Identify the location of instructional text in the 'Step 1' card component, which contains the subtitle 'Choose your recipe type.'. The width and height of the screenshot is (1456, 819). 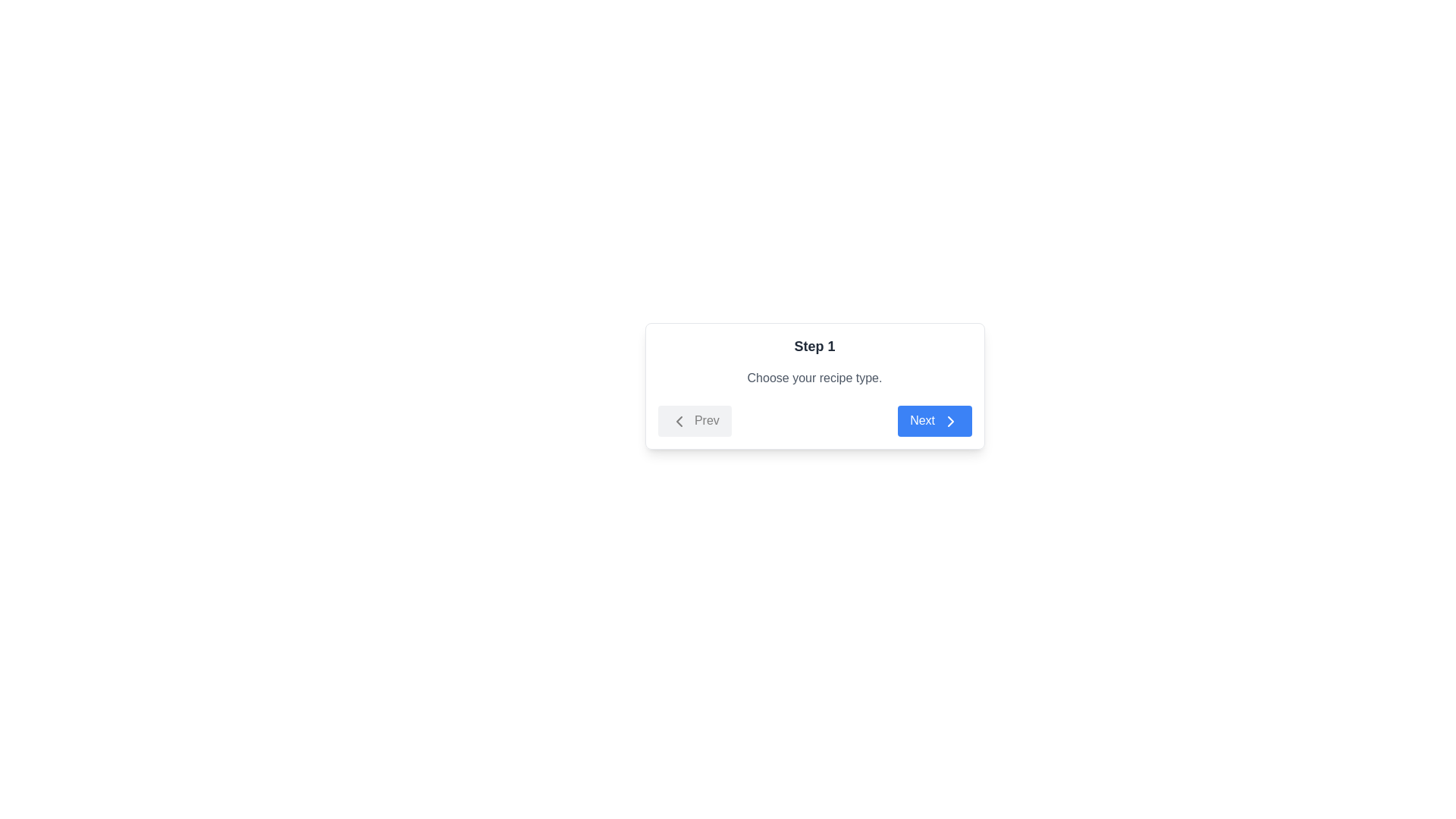
(814, 385).